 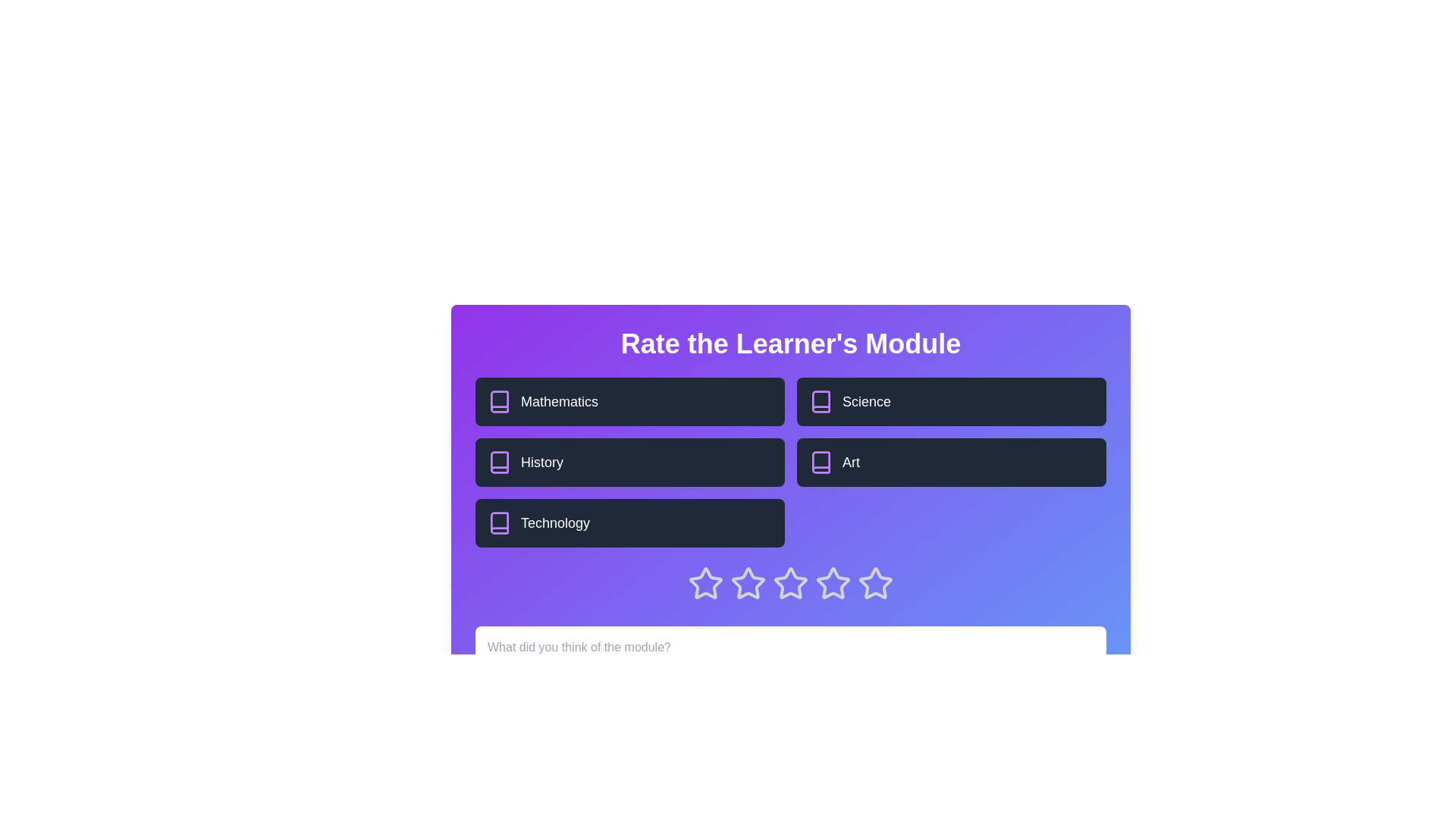 I want to click on the topic block labeled Art, so click(x=950, y=461).